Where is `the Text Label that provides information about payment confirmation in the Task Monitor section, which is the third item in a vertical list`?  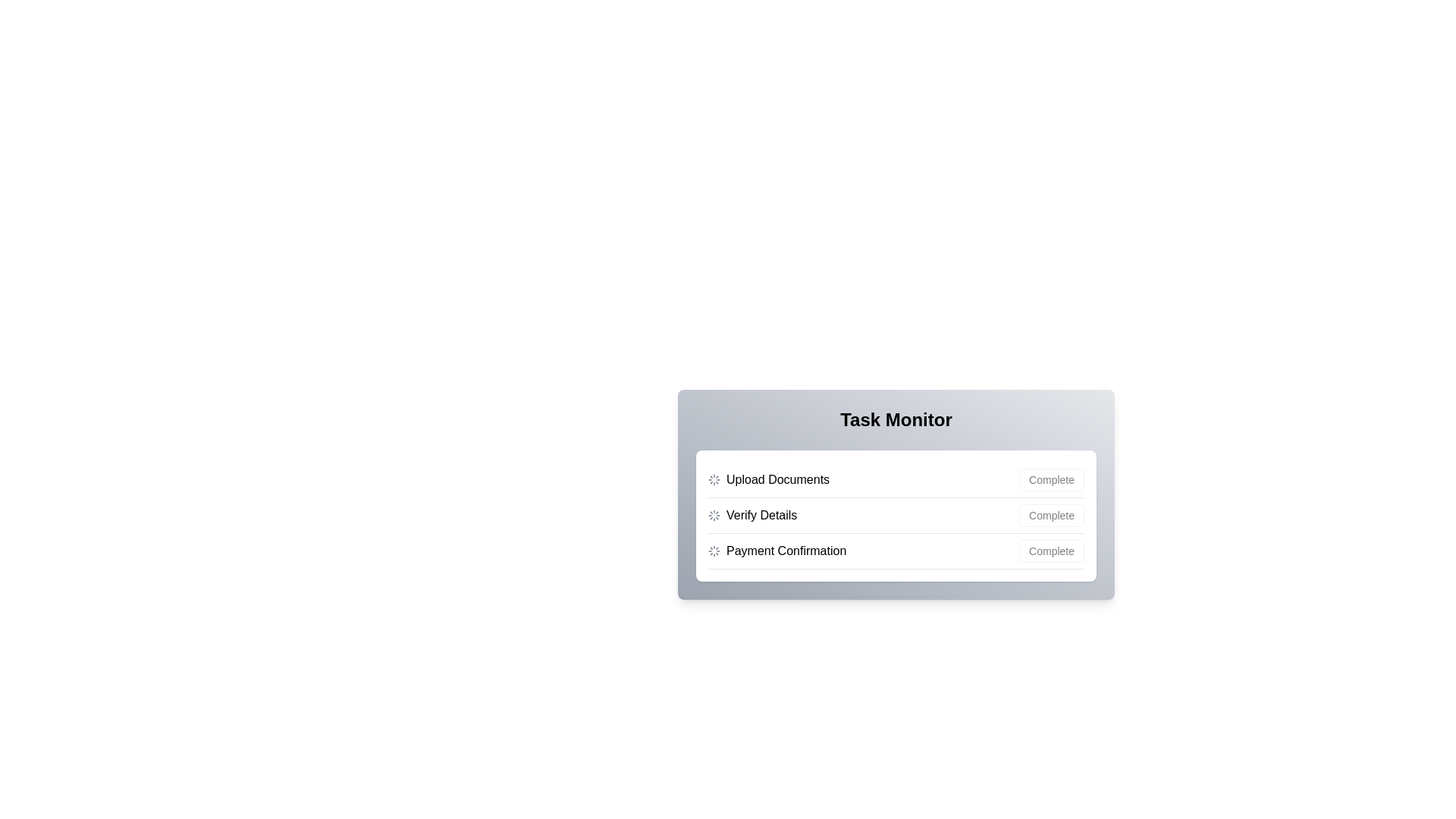 the Text Label that provides information about payment confirmation in the Task Monitor section, which is the third item in a vertical list is located at coordinates (786, 551).